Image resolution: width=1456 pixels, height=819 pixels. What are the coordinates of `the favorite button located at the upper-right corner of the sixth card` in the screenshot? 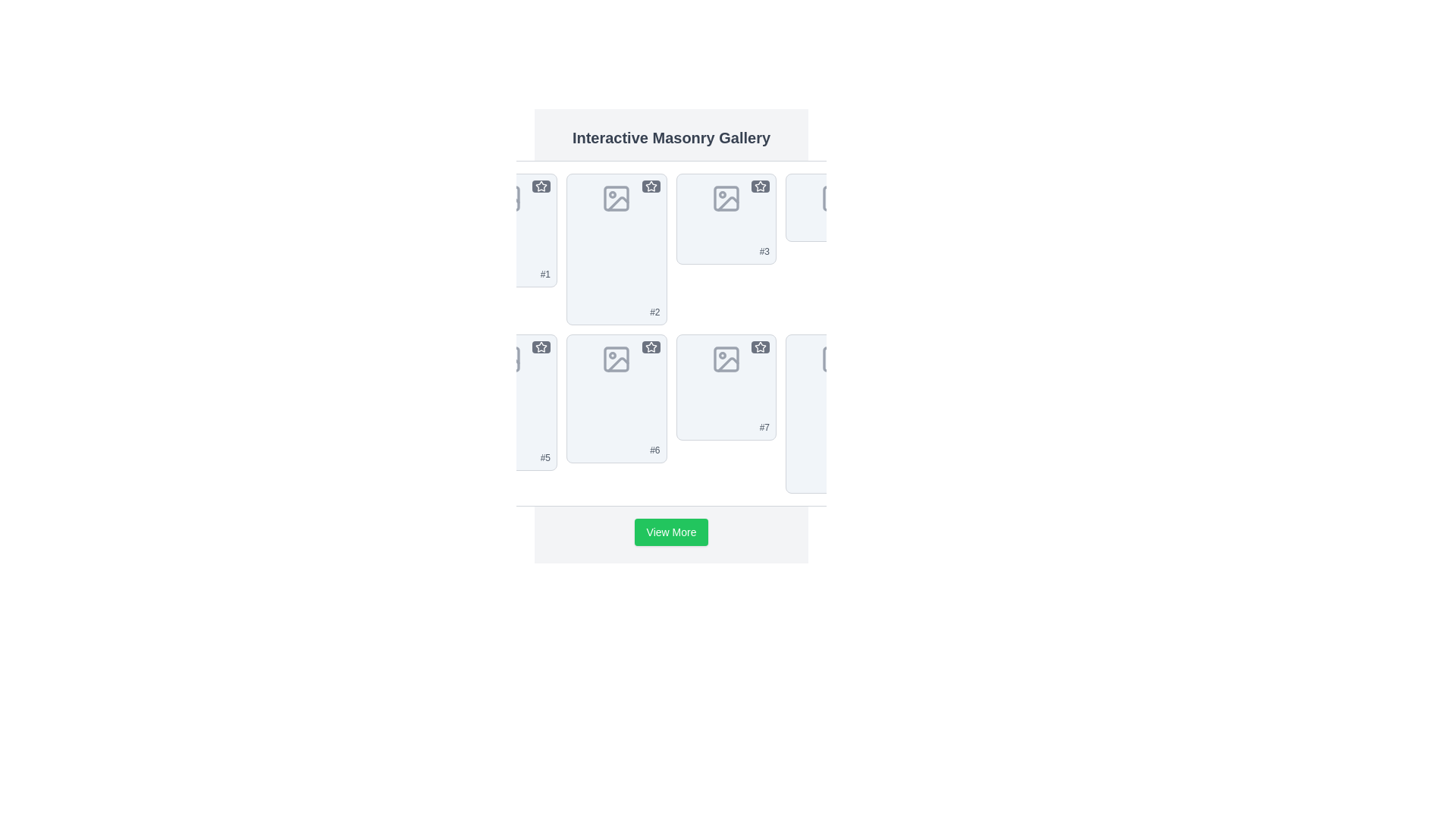 It's located at (651, 347).